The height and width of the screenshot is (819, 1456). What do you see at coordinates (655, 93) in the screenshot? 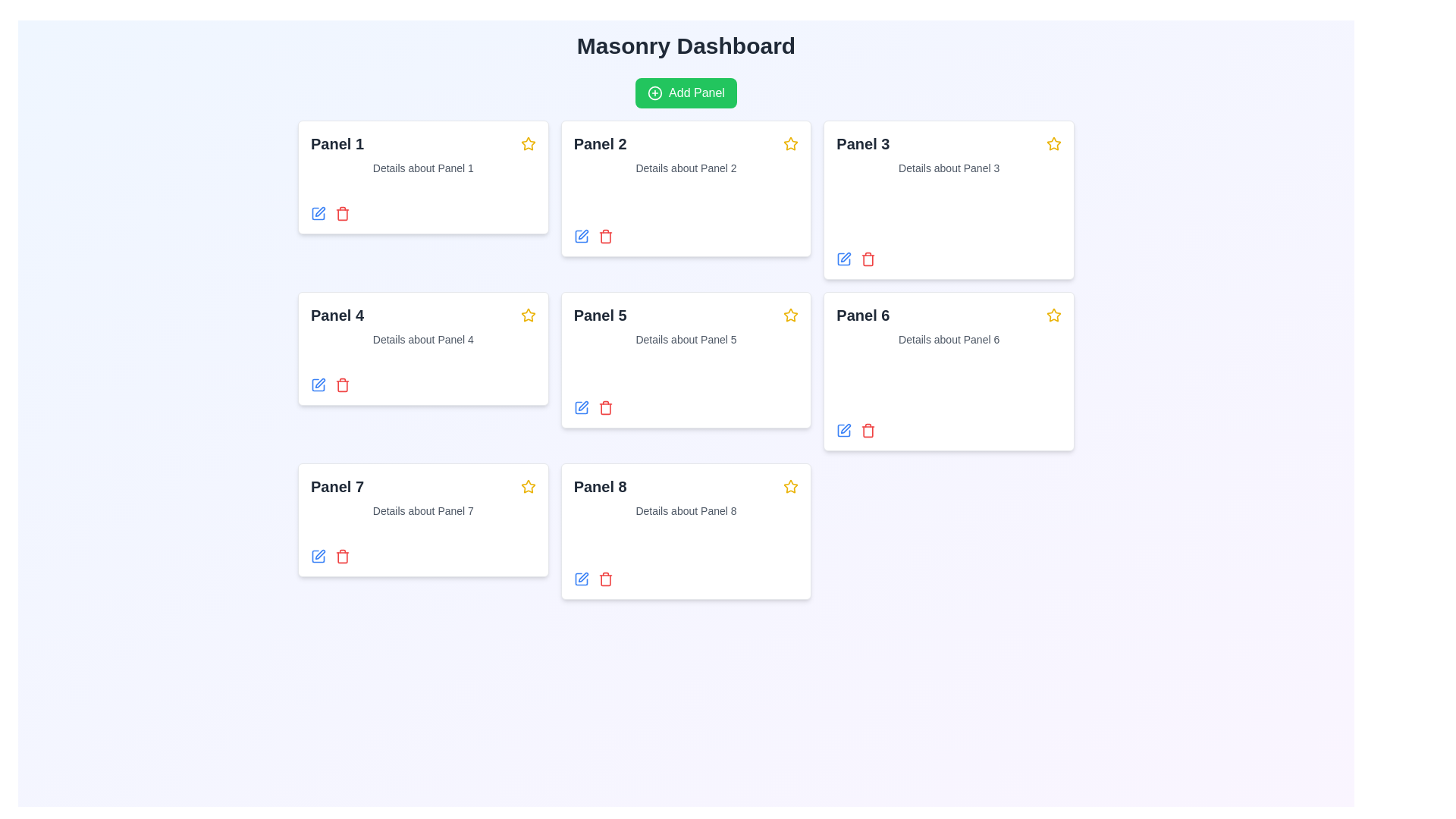
I see `the circular icon with a plus sign in the center, styled with a green background, located next to the text in the 'Add Panel' button` at bounding box center [655, 93].